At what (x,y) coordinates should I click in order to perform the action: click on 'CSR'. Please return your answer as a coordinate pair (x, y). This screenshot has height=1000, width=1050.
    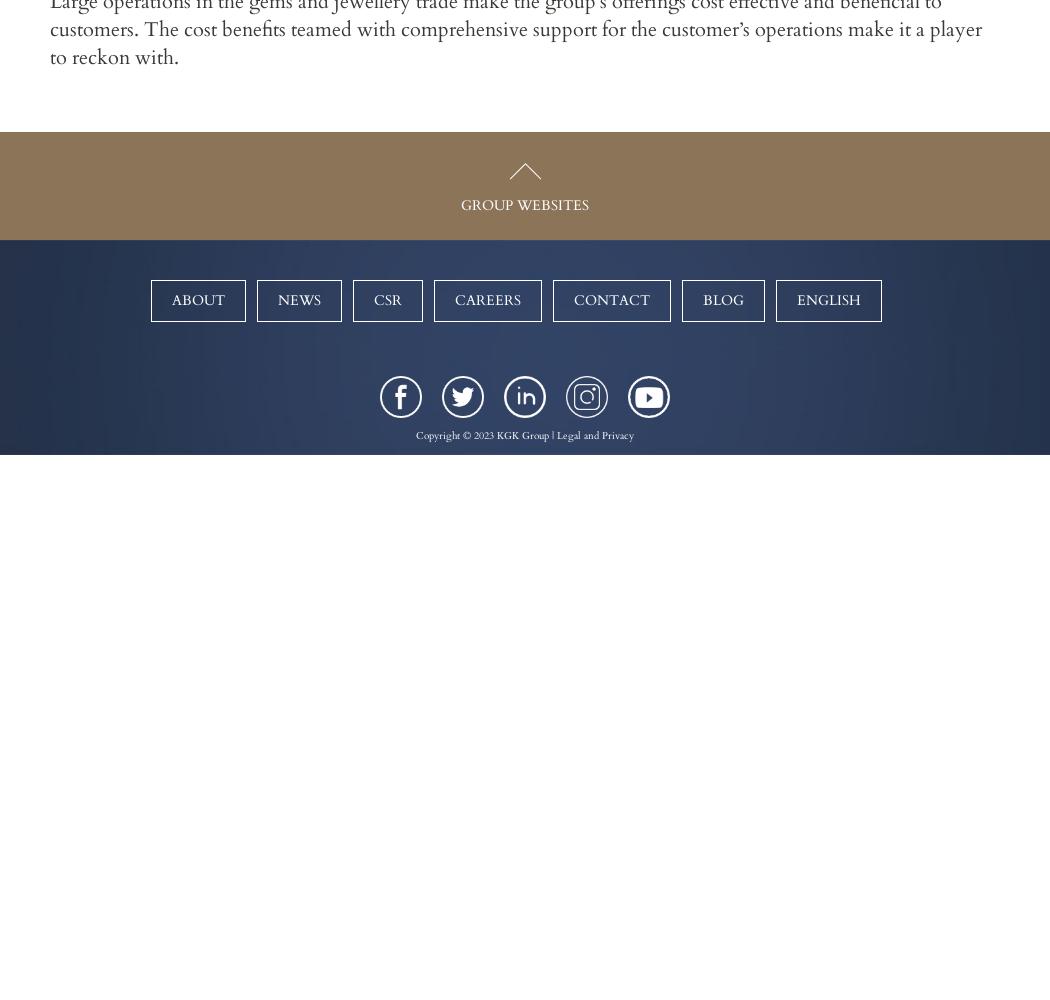
    Looking at the image, I should click on (387, 299).